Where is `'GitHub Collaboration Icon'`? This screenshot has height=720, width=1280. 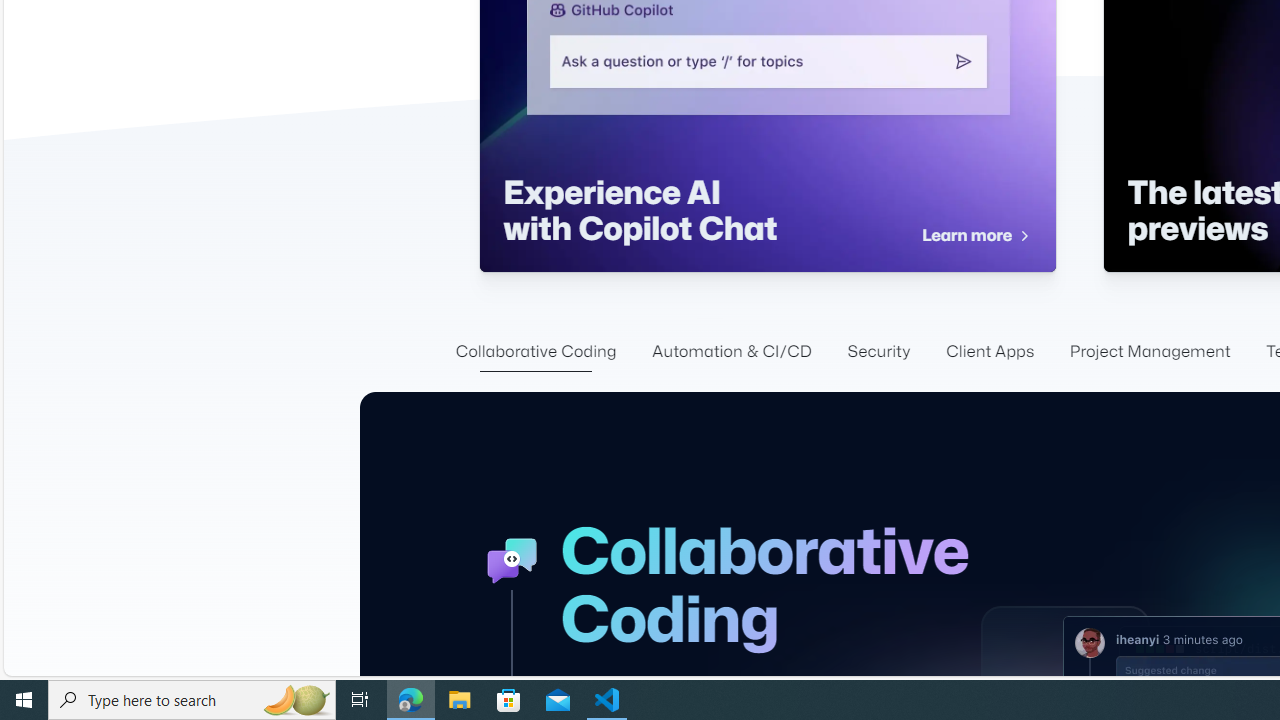
'GitHub Collaboration Icon' is located at coordinates (512, 561).